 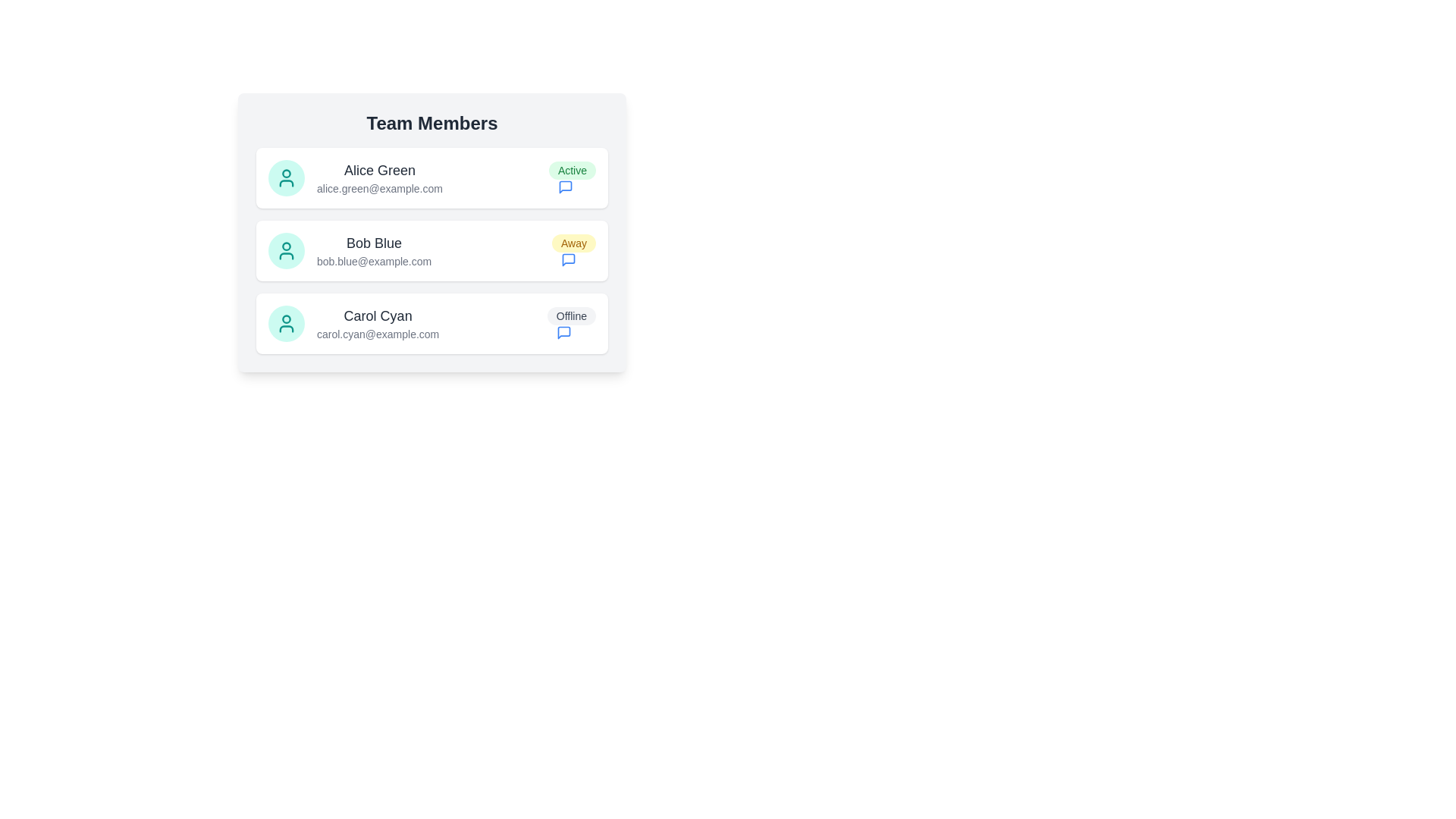 What do you see at coordinates (287, 323) in the screenshot?
I see `the circular icon with a teal background featuring a user figure outline, located at the leftmost edge of the row containing 'Carol Cyan' and 'carol.cyan@example.com' in the 'Team Members' section` at bounding box center [287, 323].